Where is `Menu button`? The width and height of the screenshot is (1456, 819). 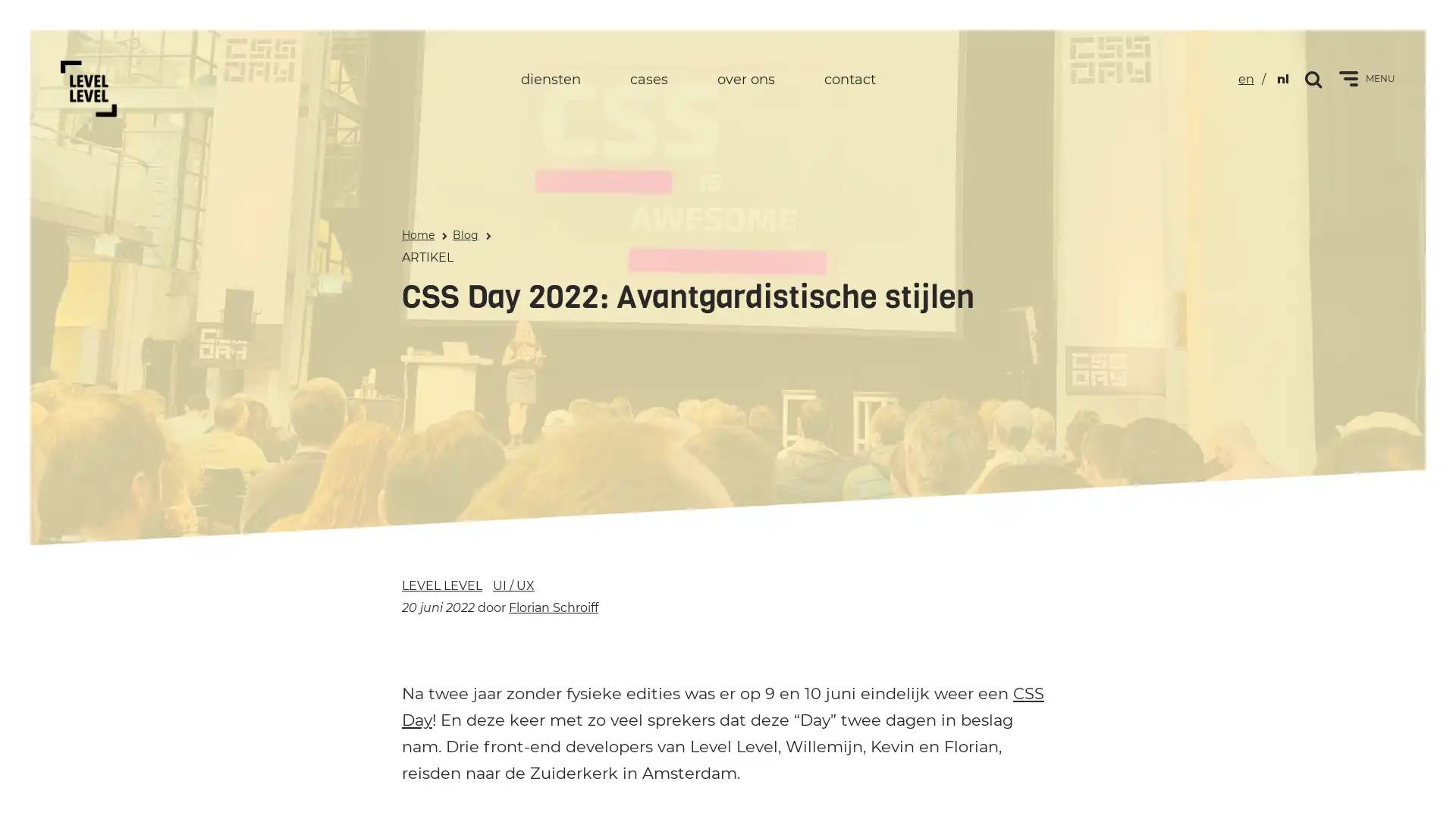 Menu button is located at coordinates (1348, 79).